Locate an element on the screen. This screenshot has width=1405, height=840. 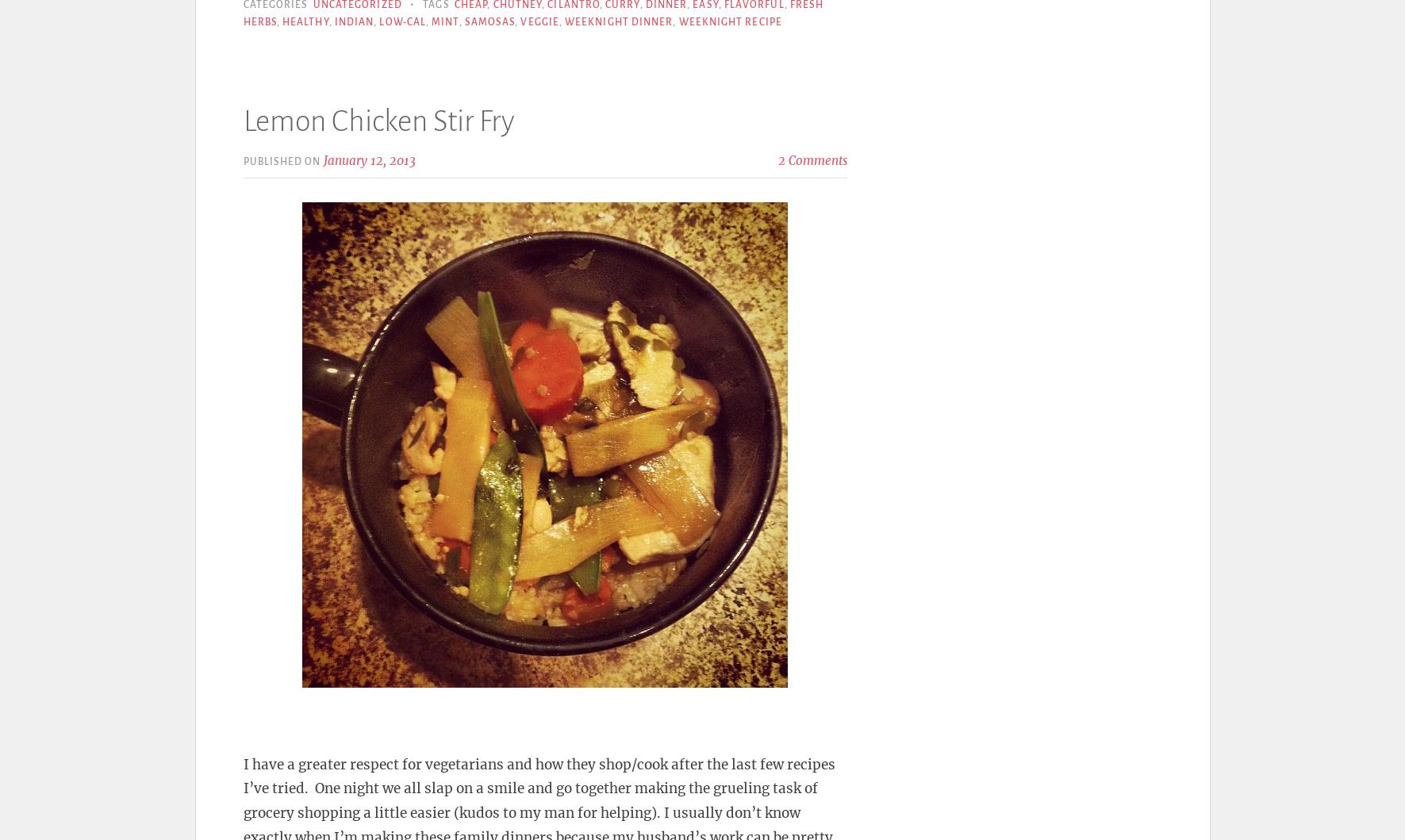
'Low-cal' is located at coordinates (401, 21).